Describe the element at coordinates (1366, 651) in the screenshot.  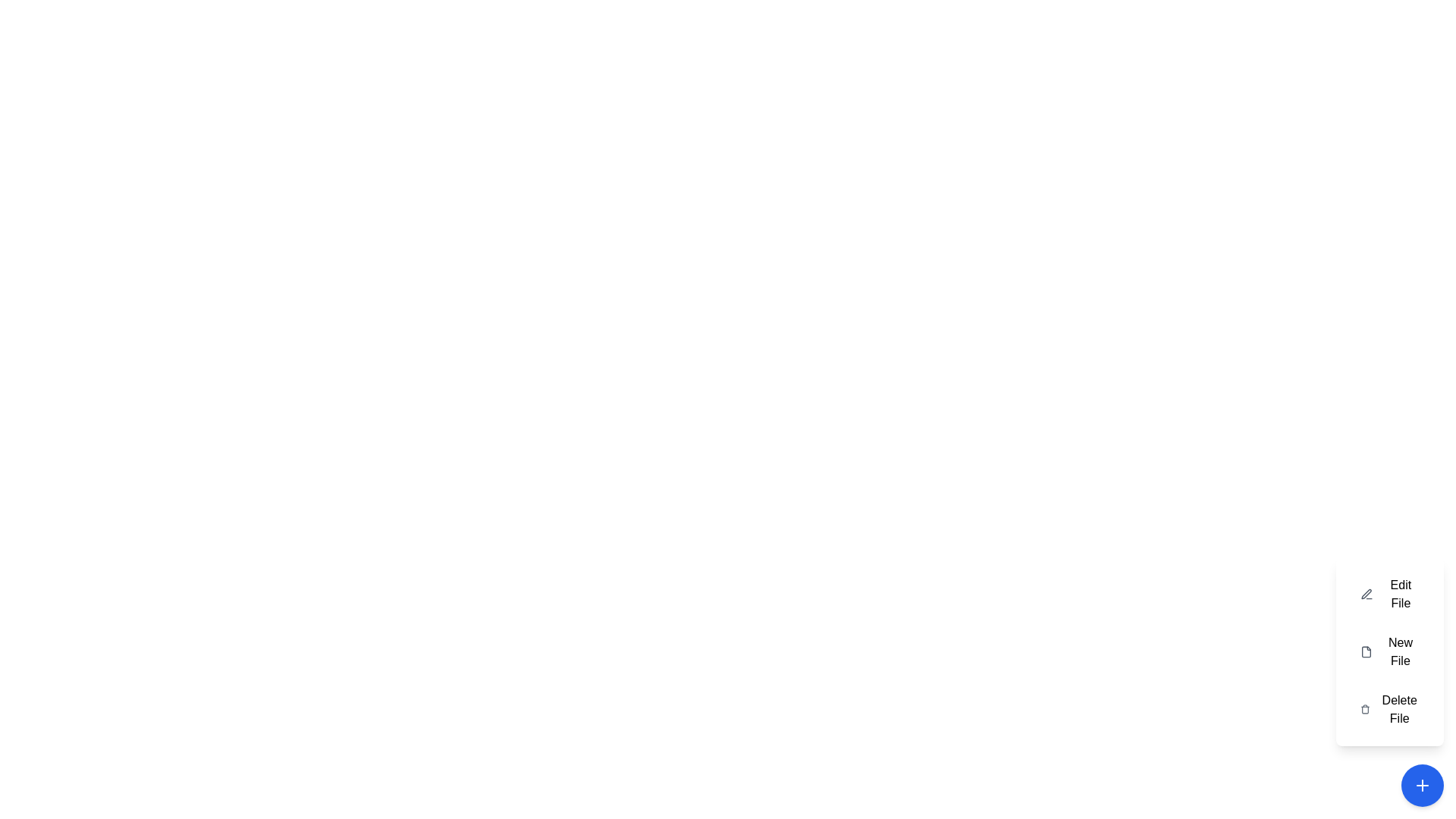
I see `the 'New File' icon located in the menu panel on the right side of the interface, positioned to the left of the text 'New File'` at that location.